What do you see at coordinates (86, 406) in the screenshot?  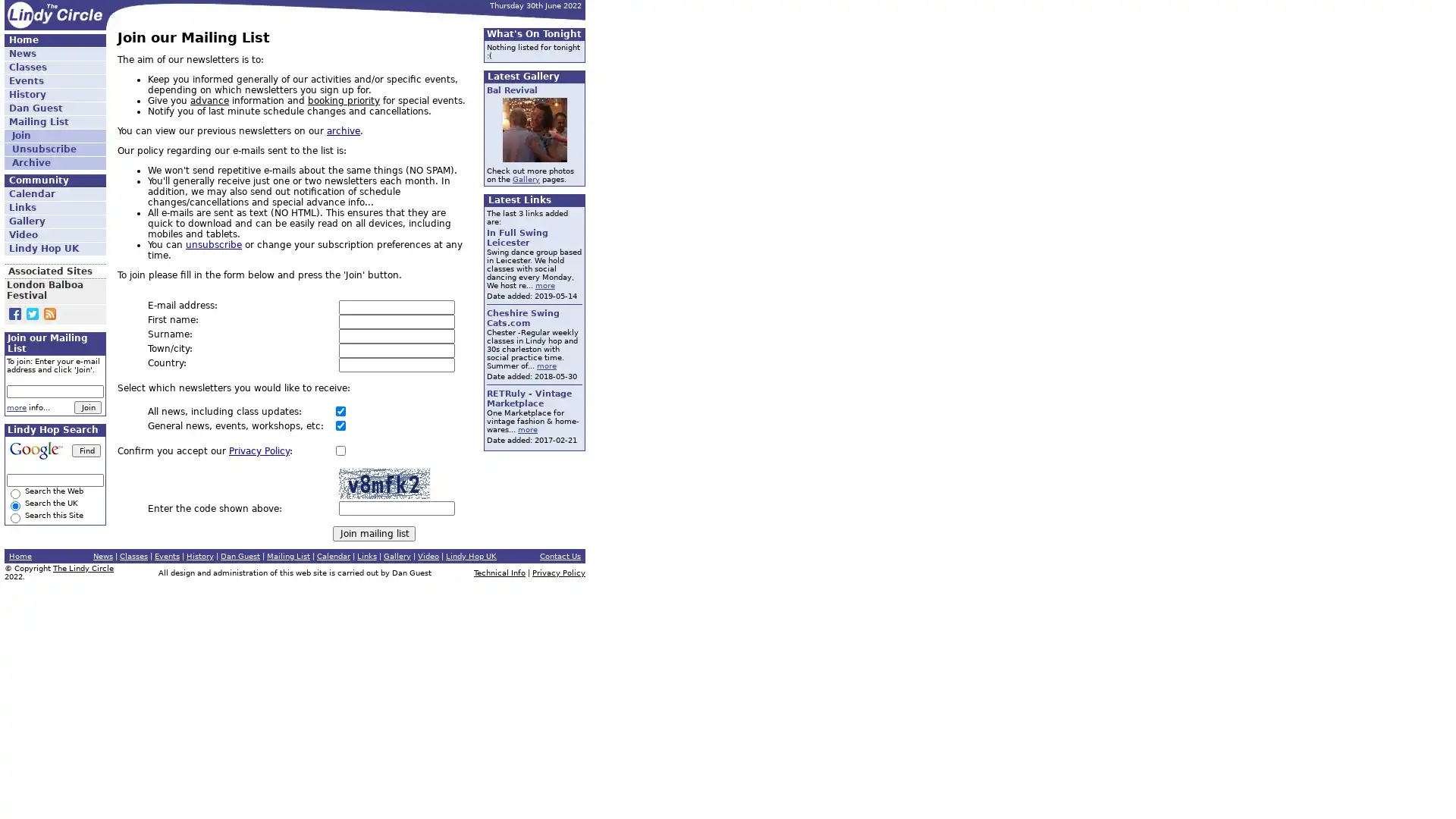 I see `Join` at bounding box center [86, 406].